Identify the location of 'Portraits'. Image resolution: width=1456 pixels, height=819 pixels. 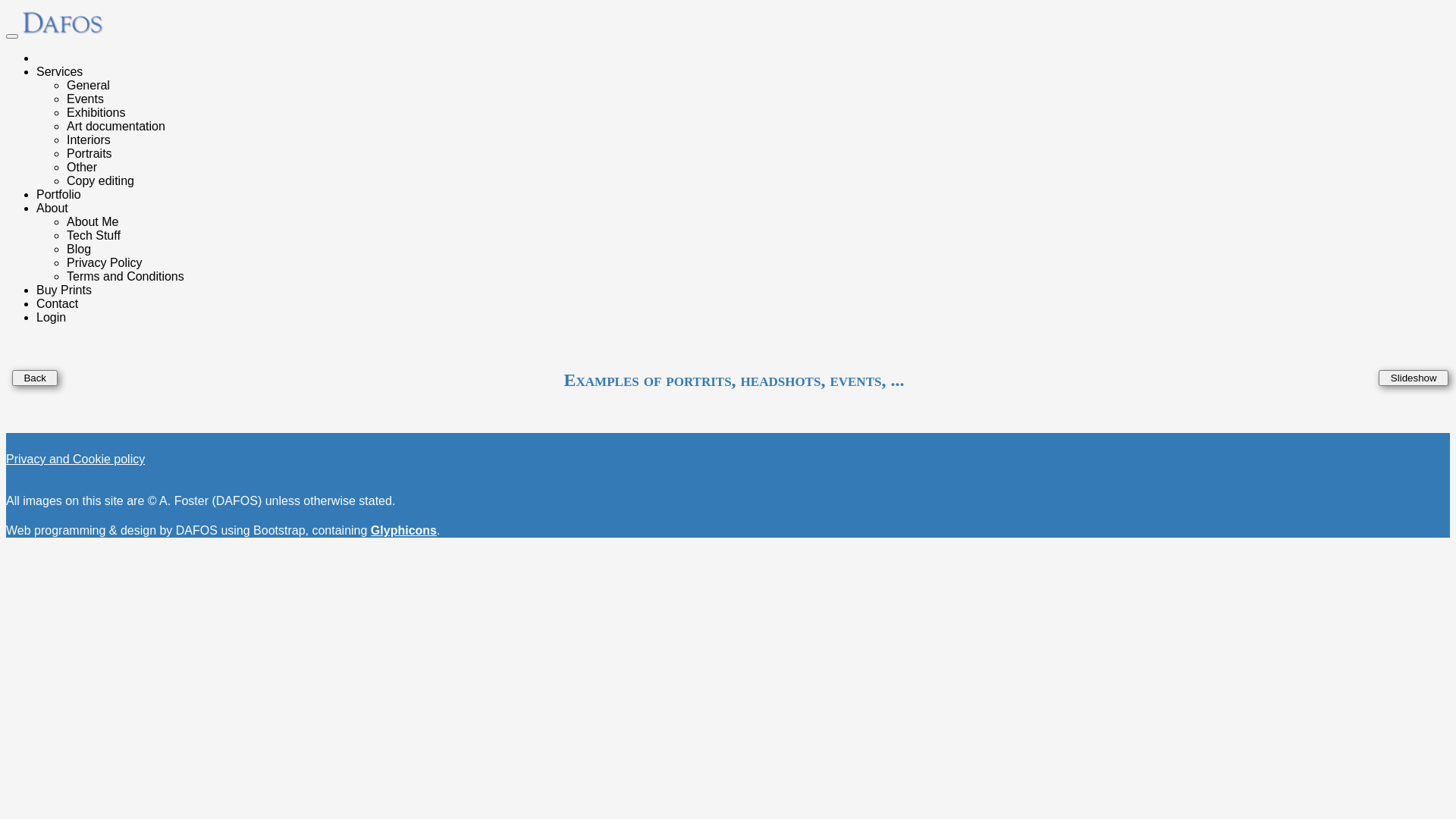
(89, 153).